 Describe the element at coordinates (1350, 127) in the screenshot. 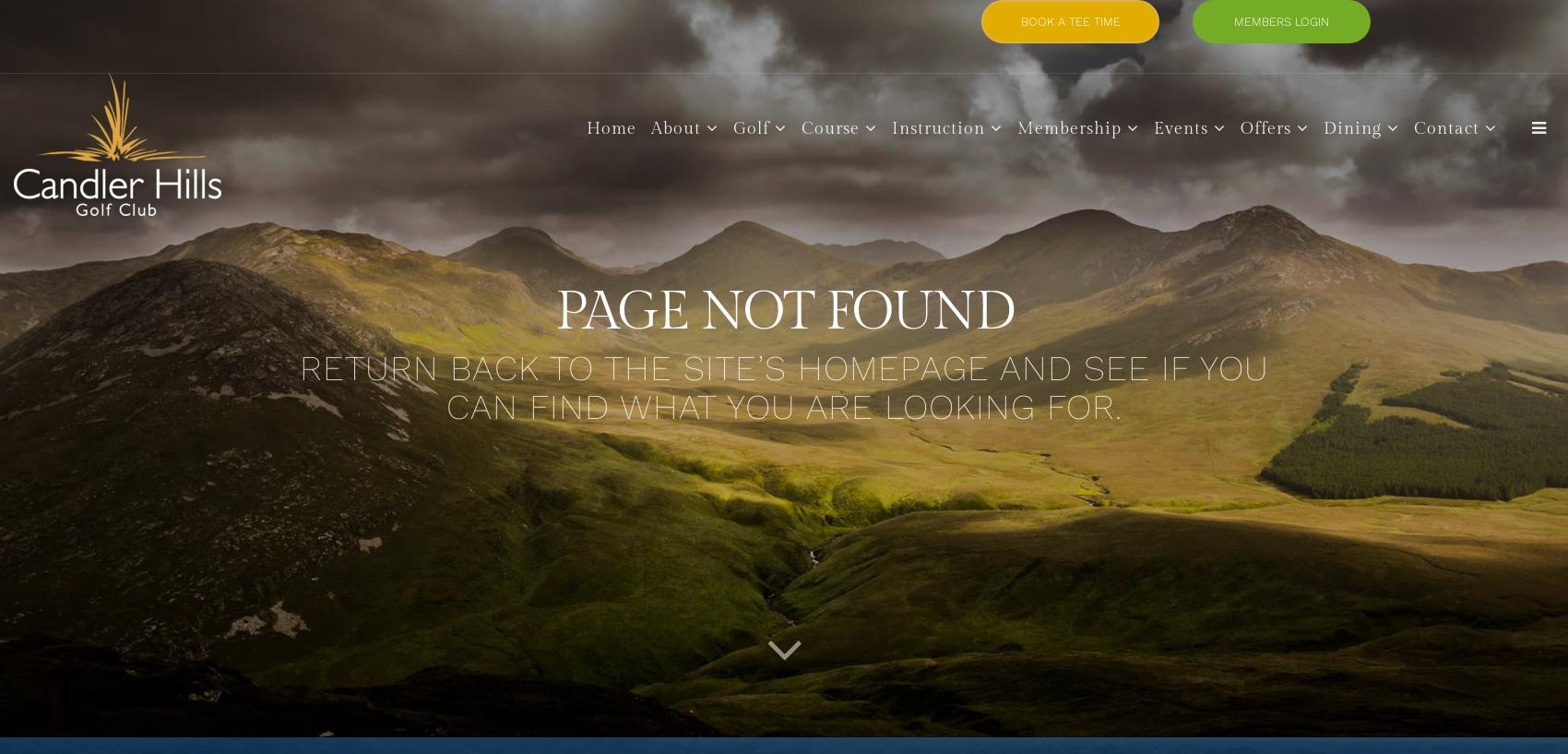

I see `'Dining'` at that location.